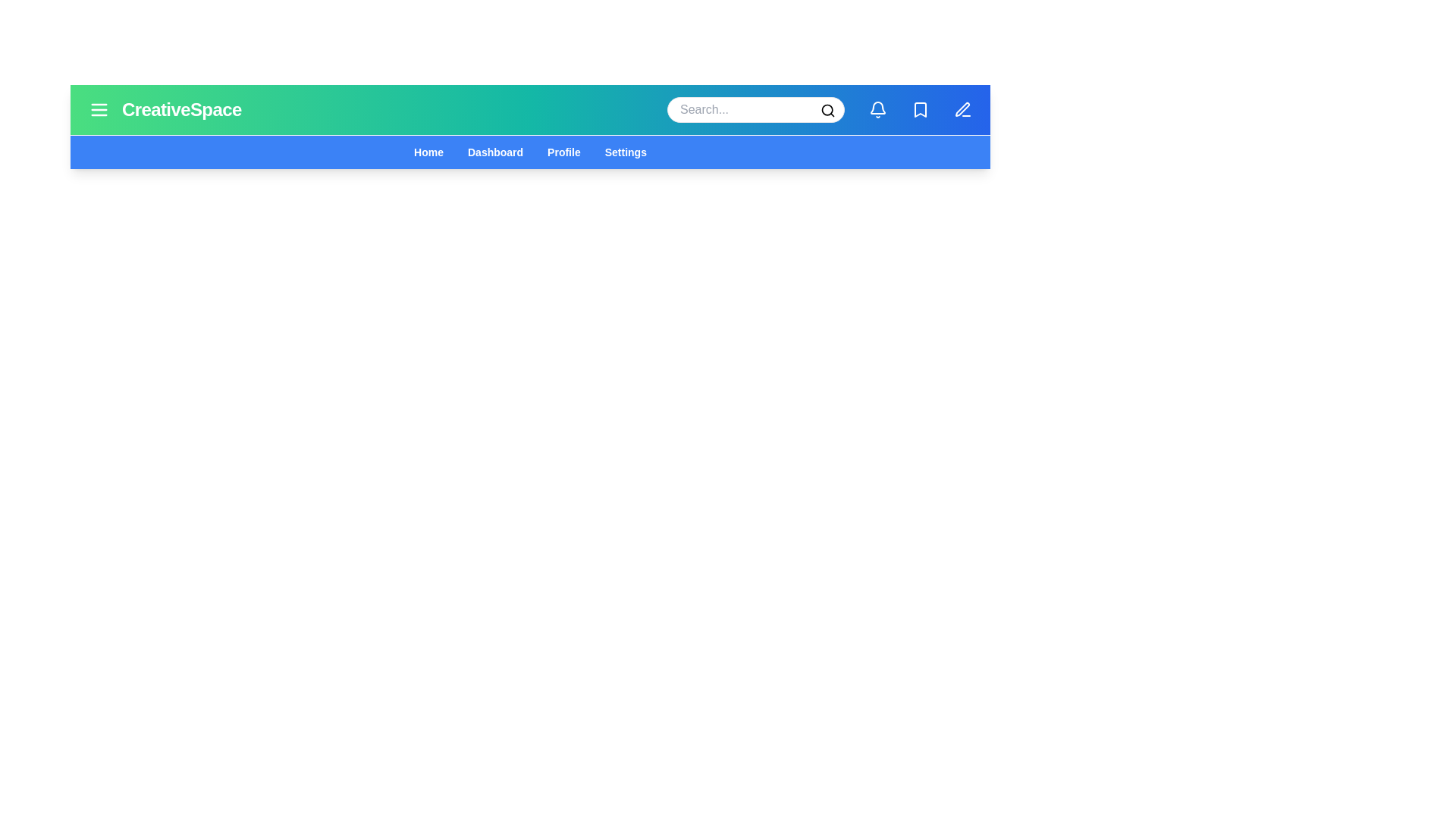 The height and width of the screenshot is (819, 1456). I want to click on the edit icon to enter edit mode, so click(962, 109).